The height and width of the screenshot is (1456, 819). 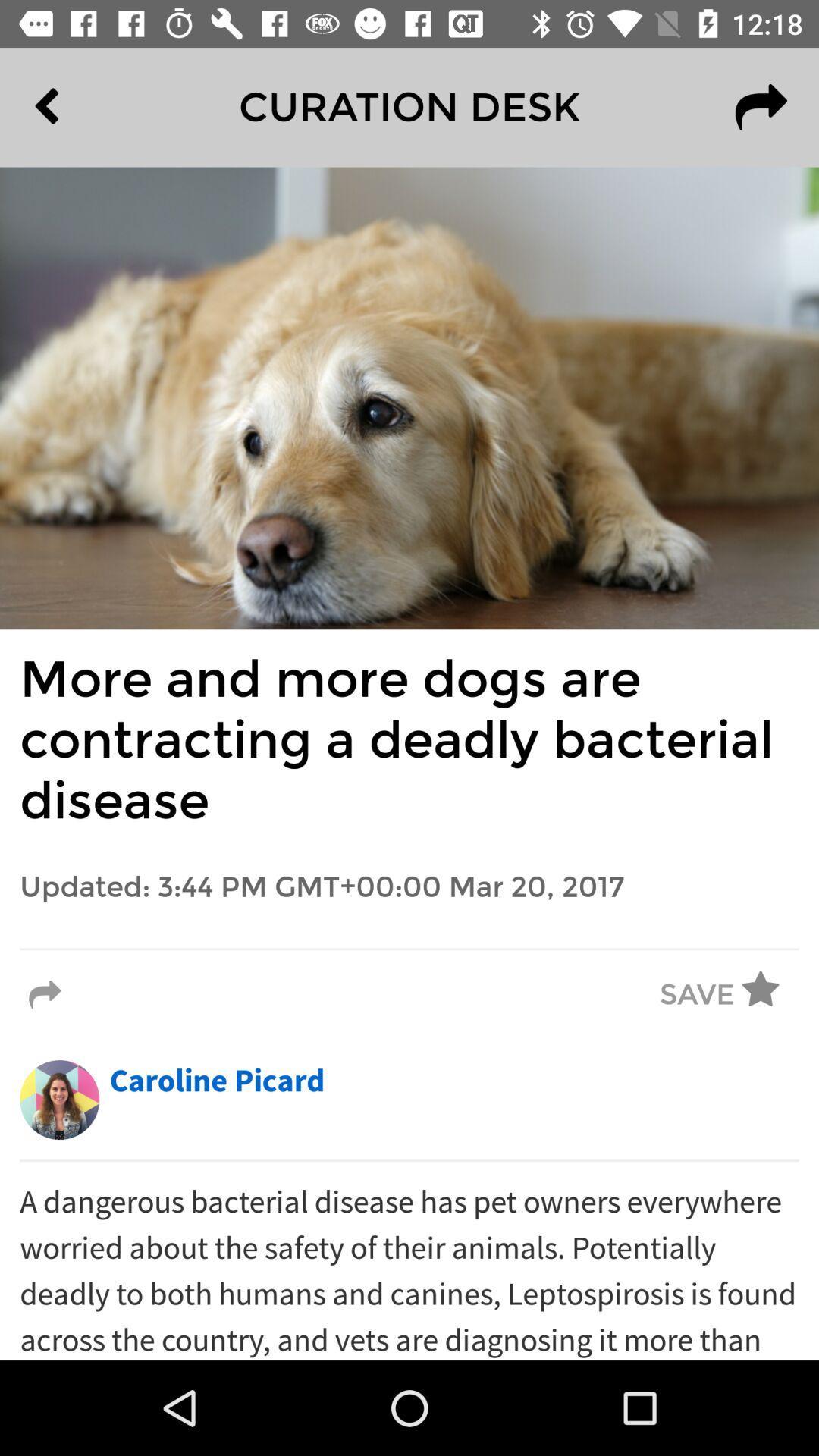 I want to click on the redo icon, so click(x=761, y=106).